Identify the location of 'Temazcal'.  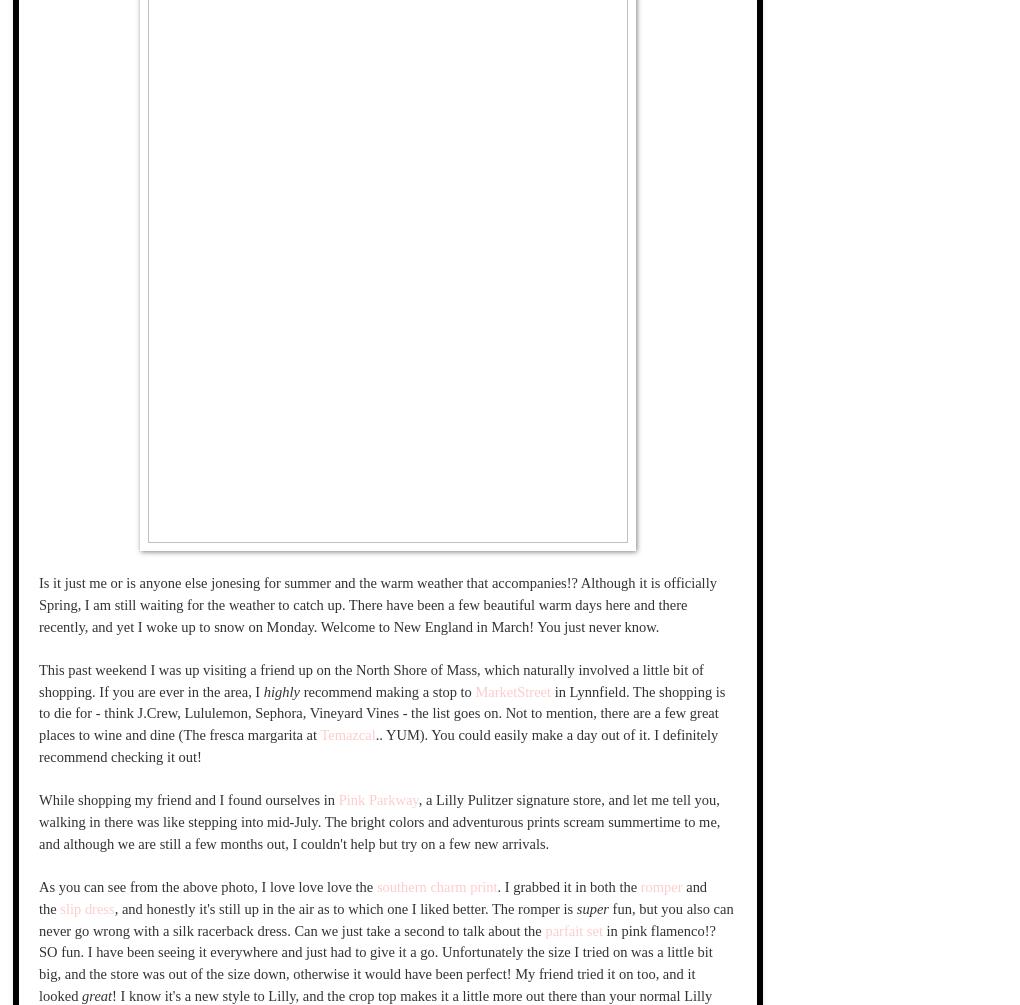
(346, 734).